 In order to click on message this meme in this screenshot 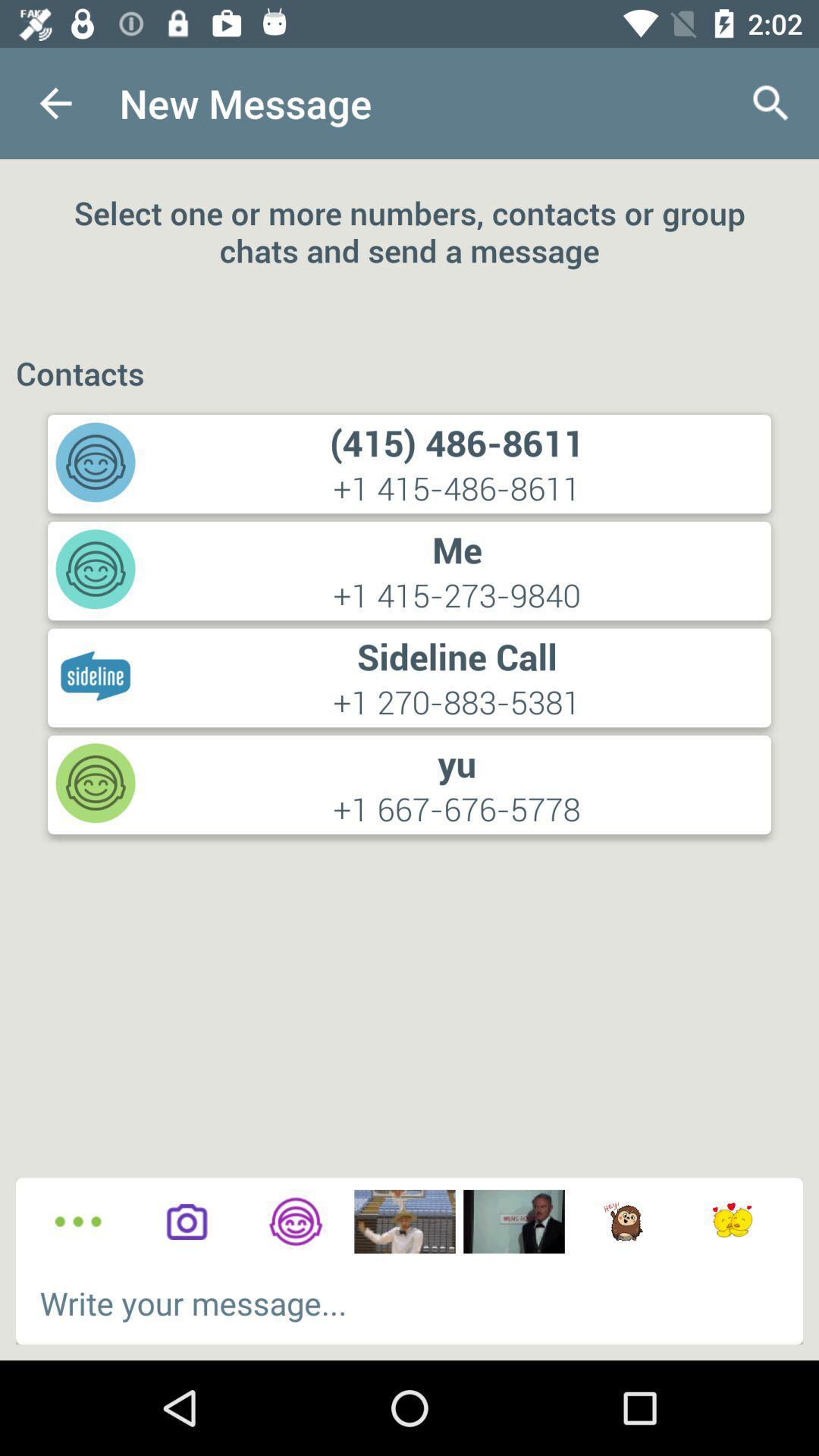, I will do `click(403, 1222)`.